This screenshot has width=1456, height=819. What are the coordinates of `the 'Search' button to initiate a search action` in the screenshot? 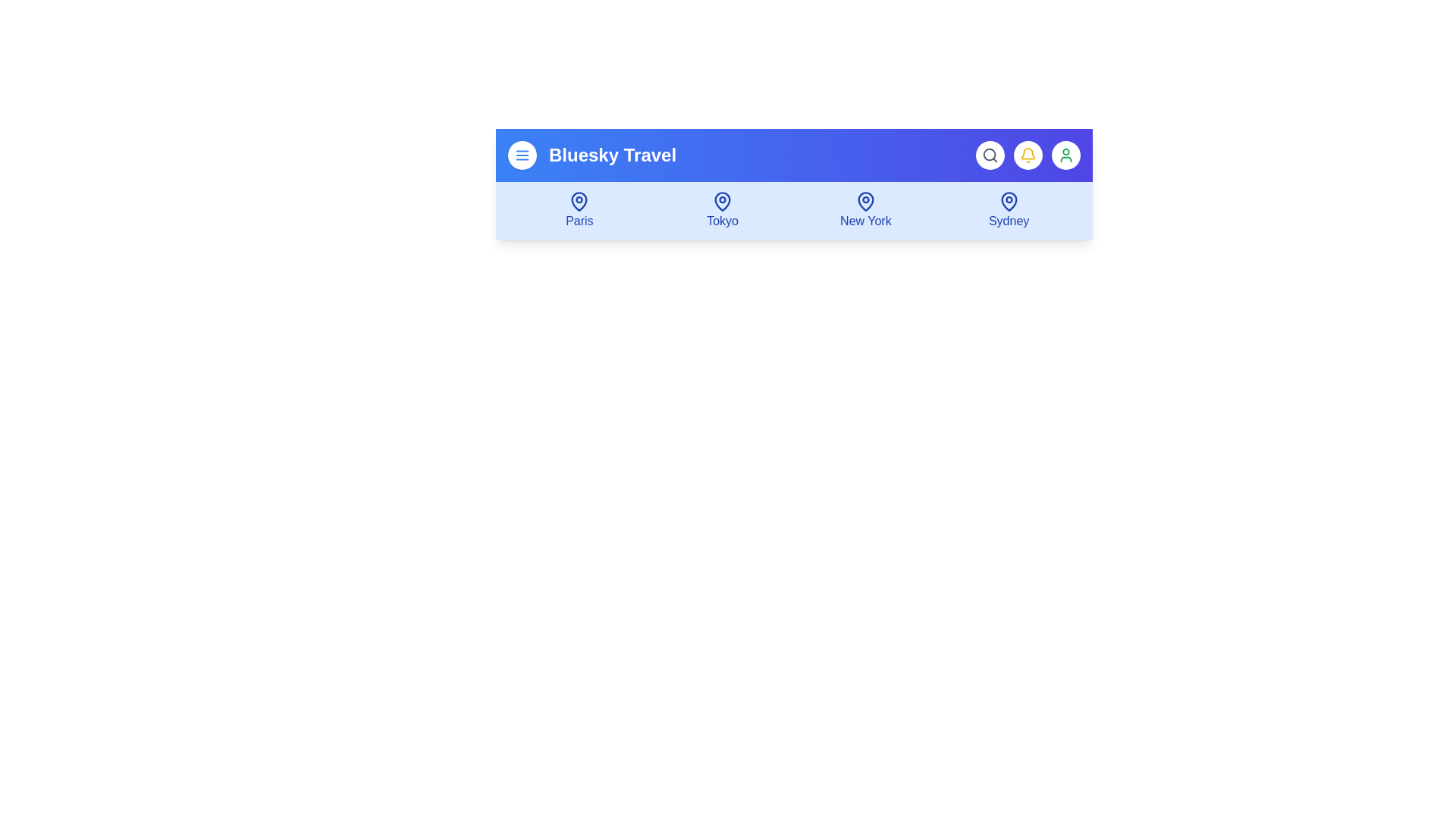 It's located at (990, 155).